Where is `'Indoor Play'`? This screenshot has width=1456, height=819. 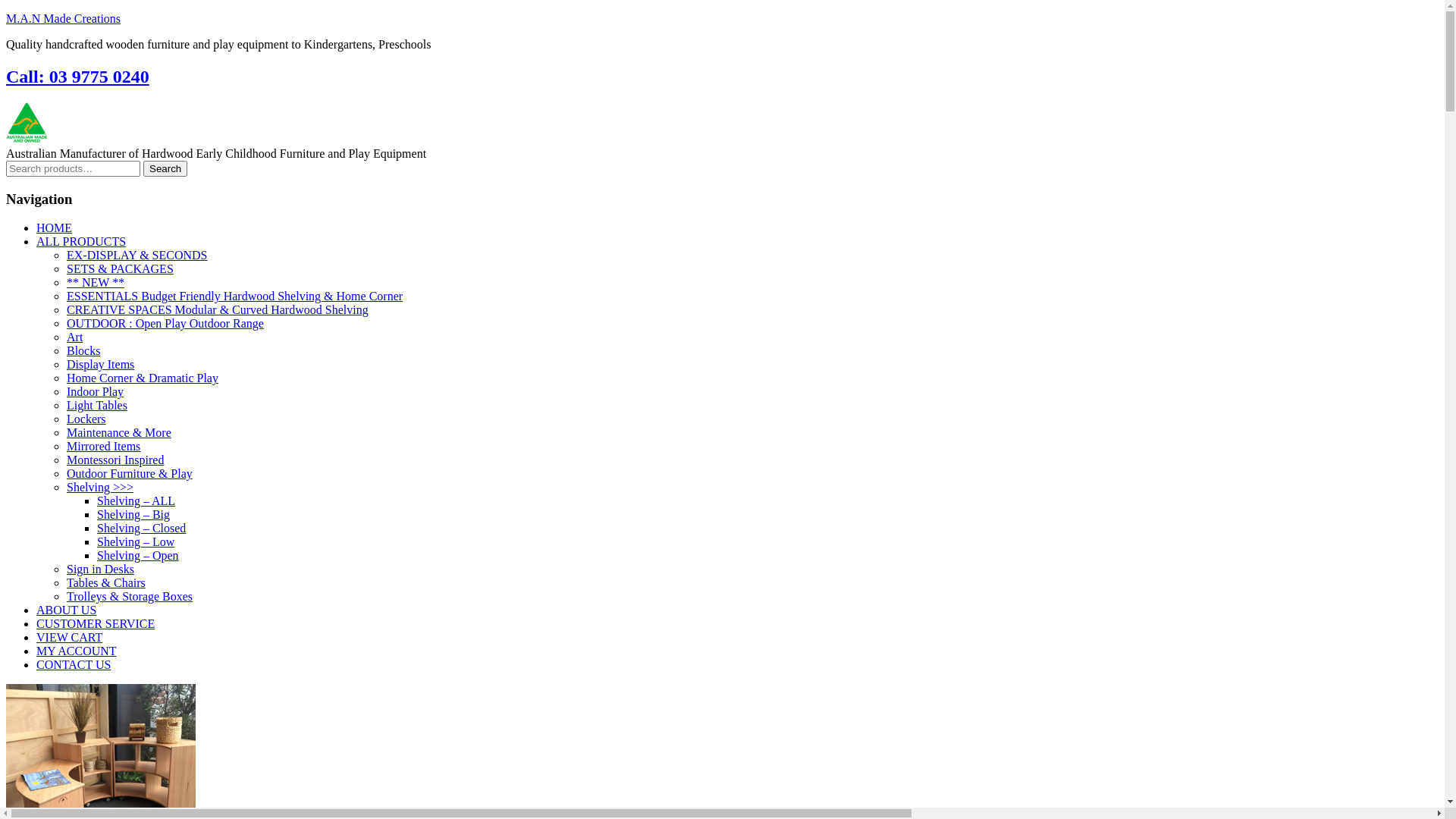
'Indoor Play' is located at coordinates (94, 391).